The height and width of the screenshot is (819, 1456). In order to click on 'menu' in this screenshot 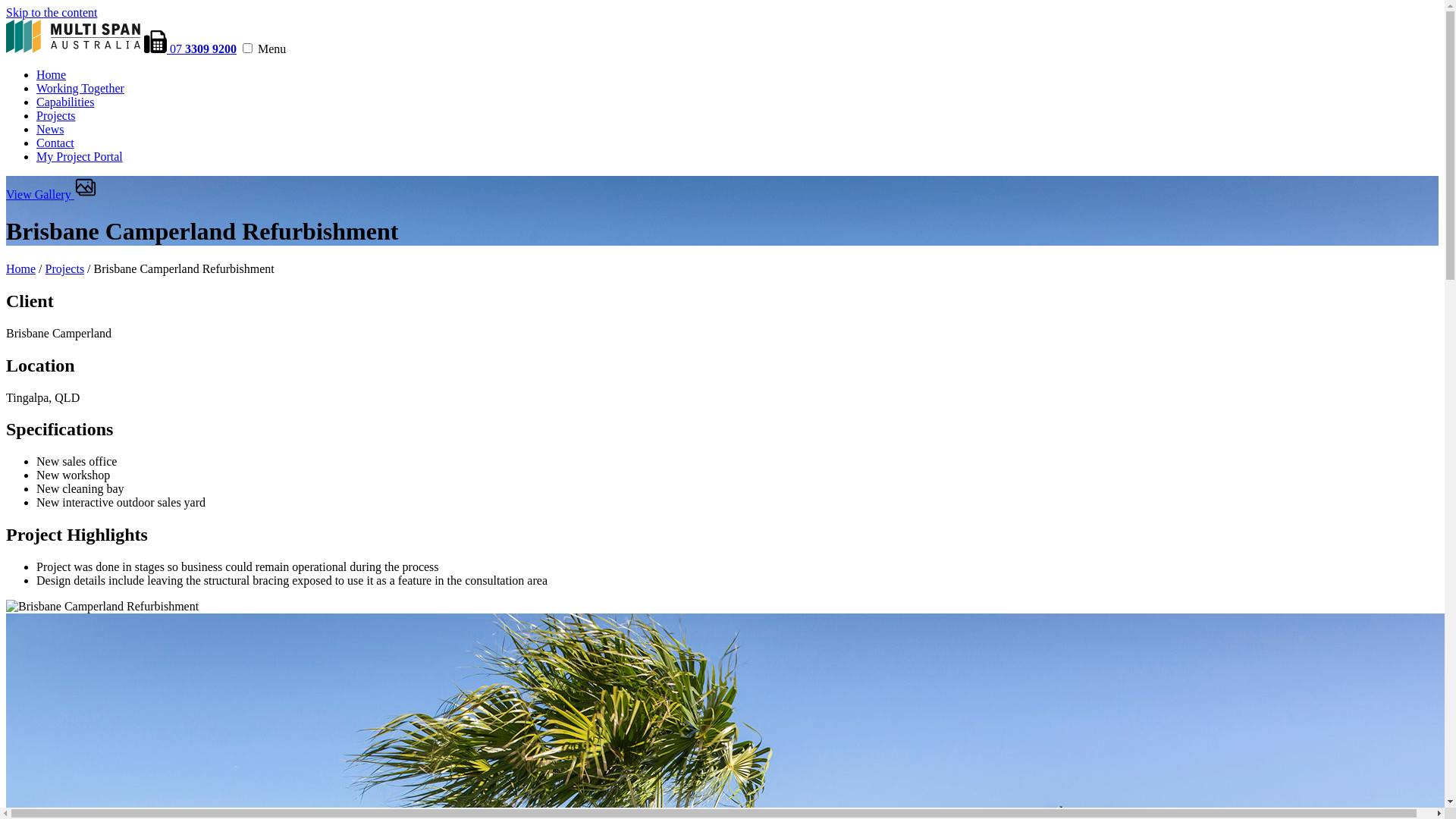, I will do `click(247, 47)`.